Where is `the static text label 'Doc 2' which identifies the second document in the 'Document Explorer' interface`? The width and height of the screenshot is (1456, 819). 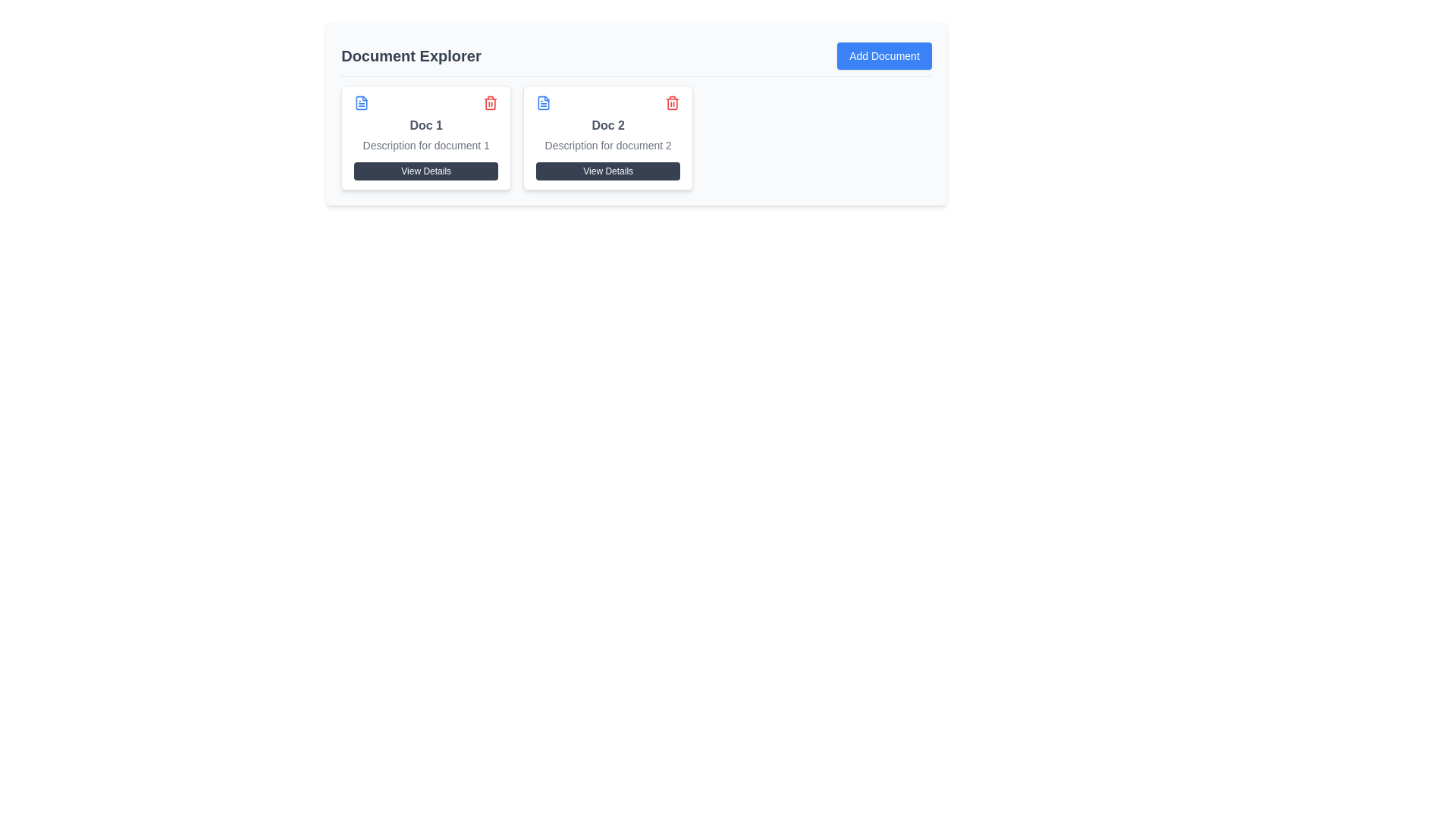
the static text label 'Doc 2' which identifies the second document in the 'Document Explorer' interface is located at coordinates (608, 124).